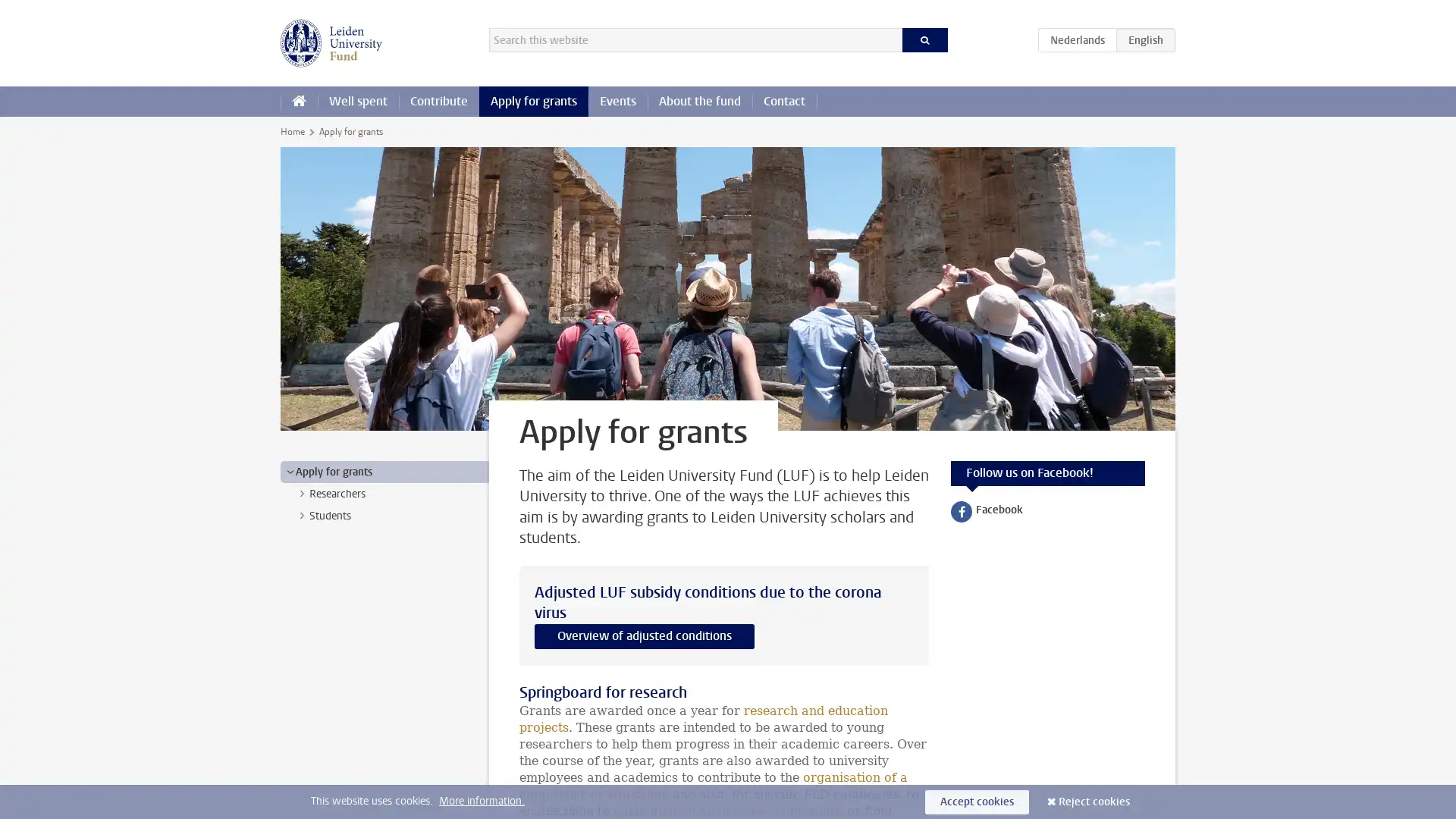 The image size is (1456, 819). I want to click on >, so click(302, 494).